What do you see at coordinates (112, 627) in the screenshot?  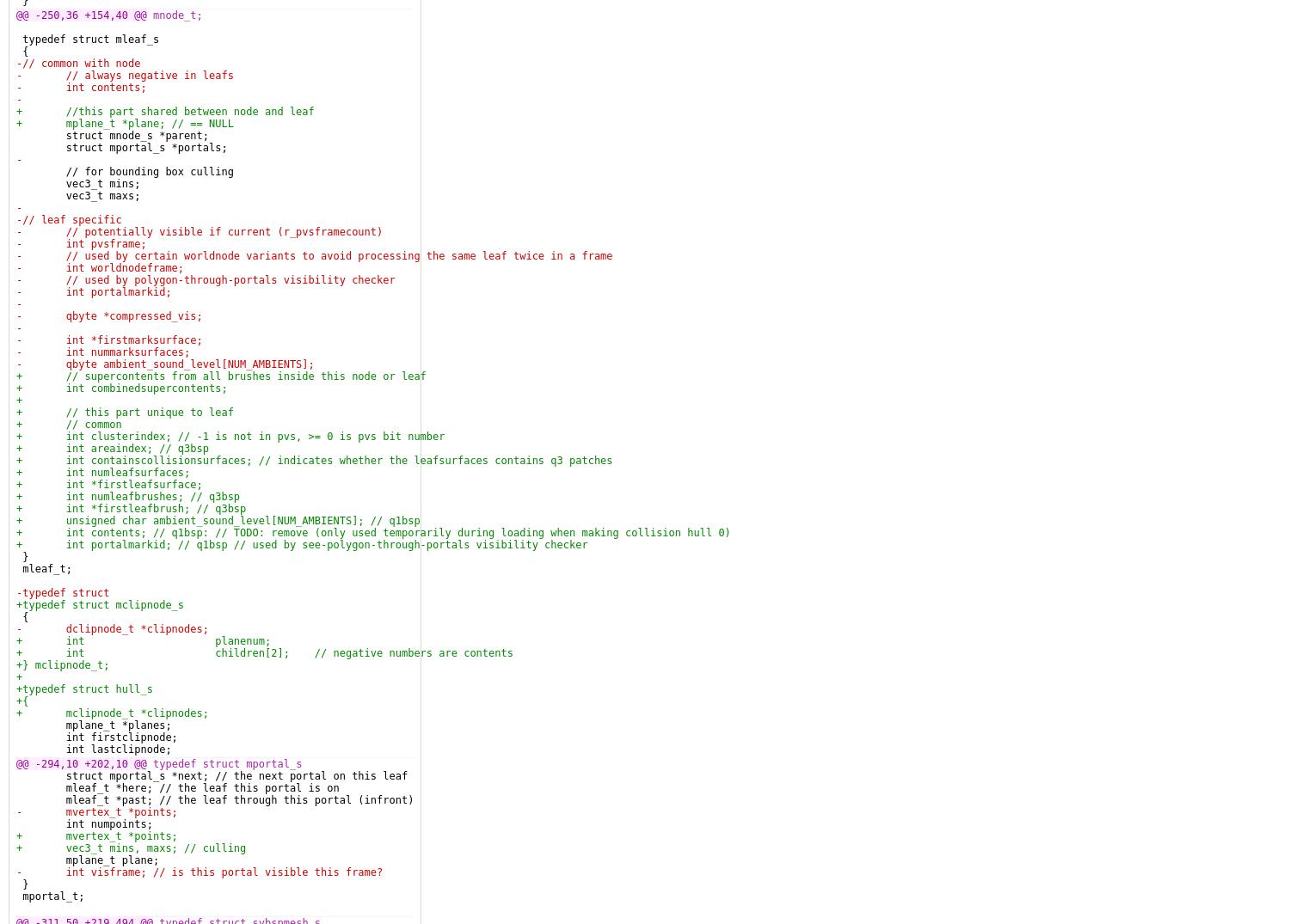 I see `'-       dclipnode_t *clipnodes;'` at bounding box center [112, 627].